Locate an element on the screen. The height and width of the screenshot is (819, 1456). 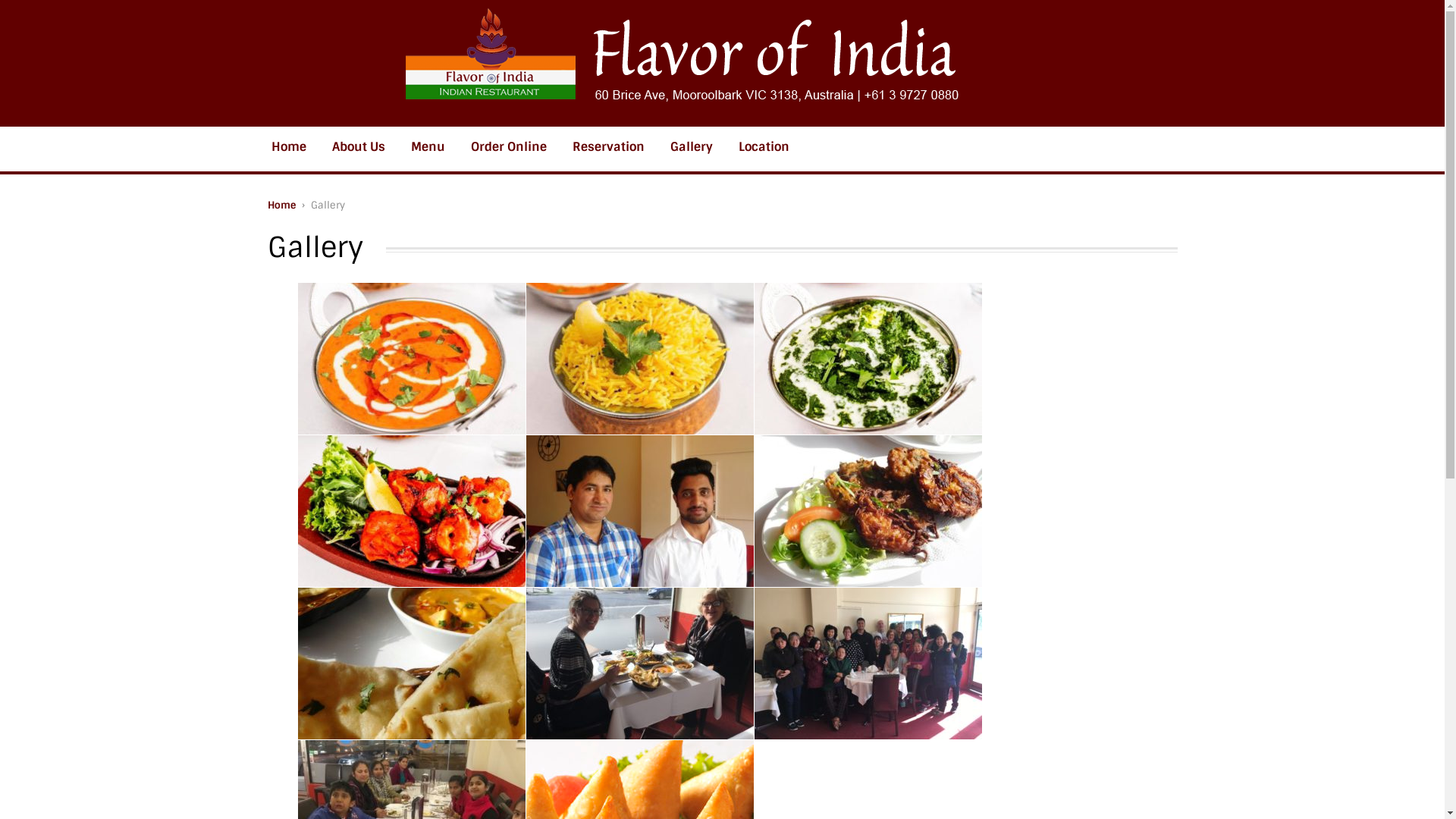
'gal5' is located at coordinates (867, 663).